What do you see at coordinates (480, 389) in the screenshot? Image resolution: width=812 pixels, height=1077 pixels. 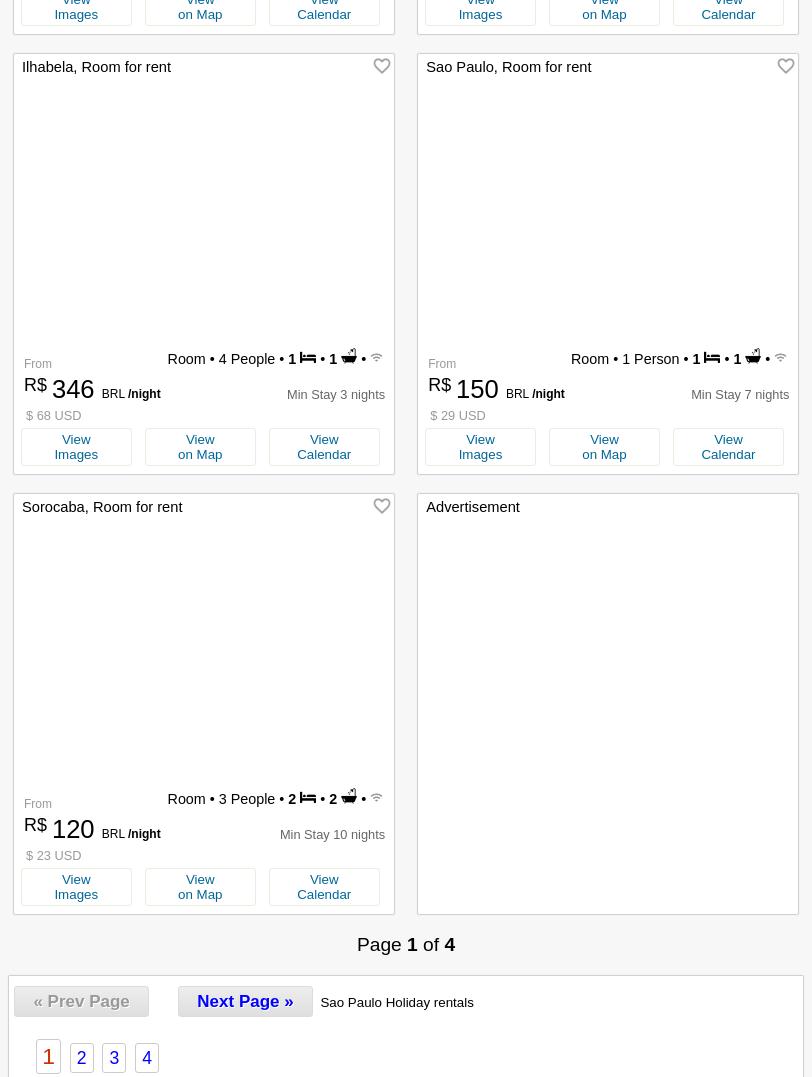 I see `'150'` at bounding box center [480, 389].